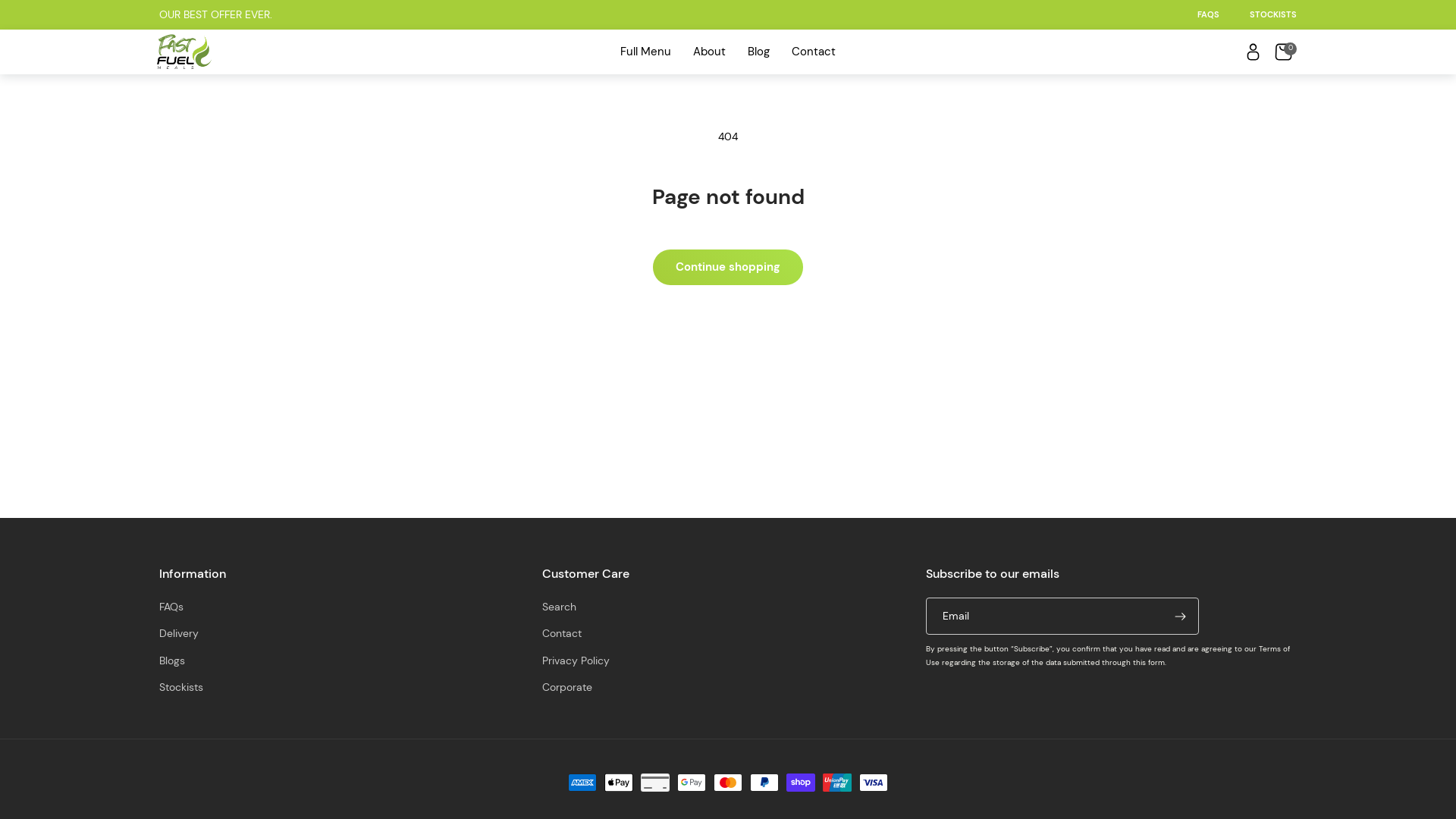  Describe the element at coordinates (688, 51) in the screenshot. I see `'About'` at that location.